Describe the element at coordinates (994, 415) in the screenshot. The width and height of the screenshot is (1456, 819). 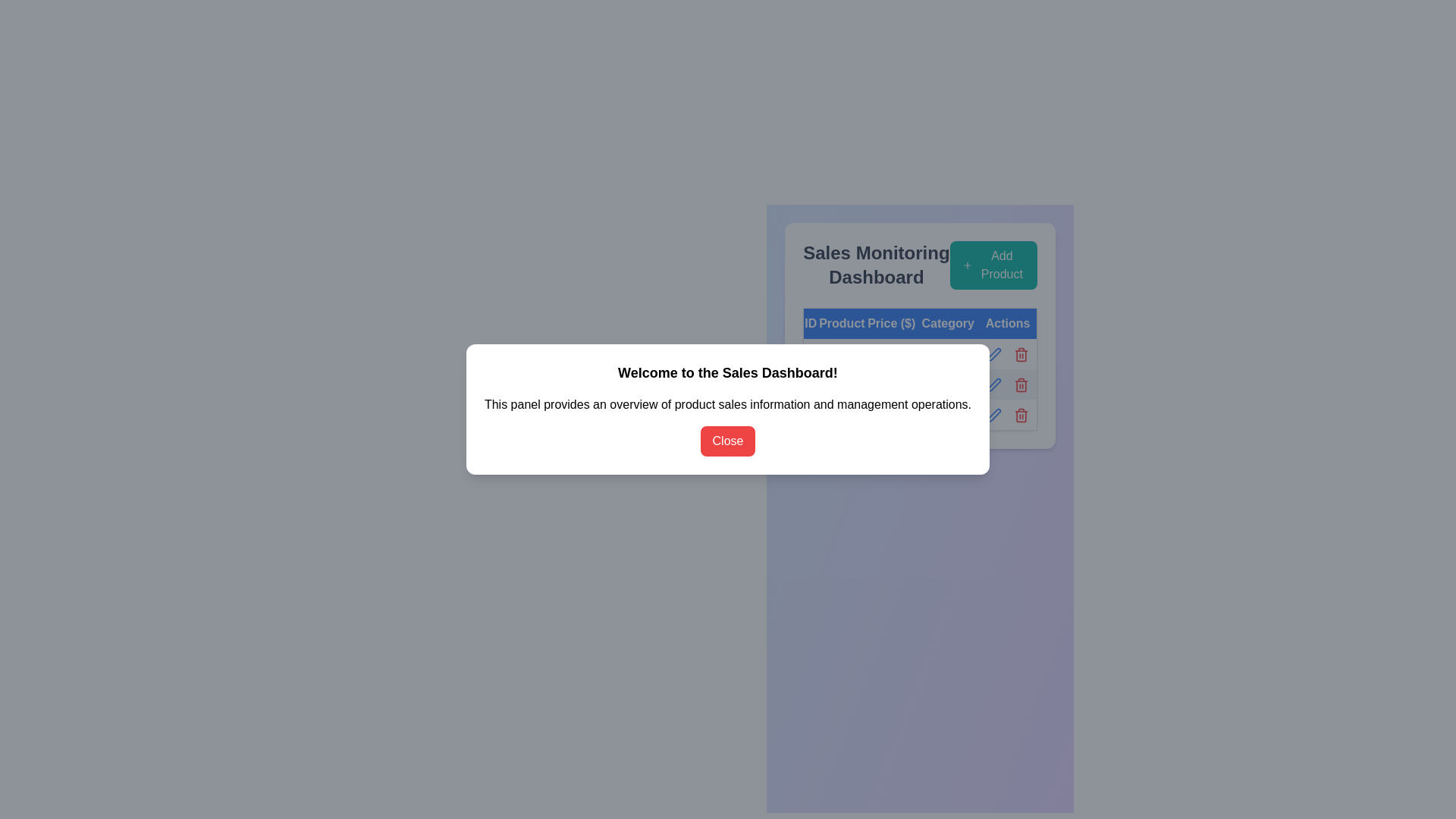
I see `the blue pencil icon in the 'Actions' column` at that location.